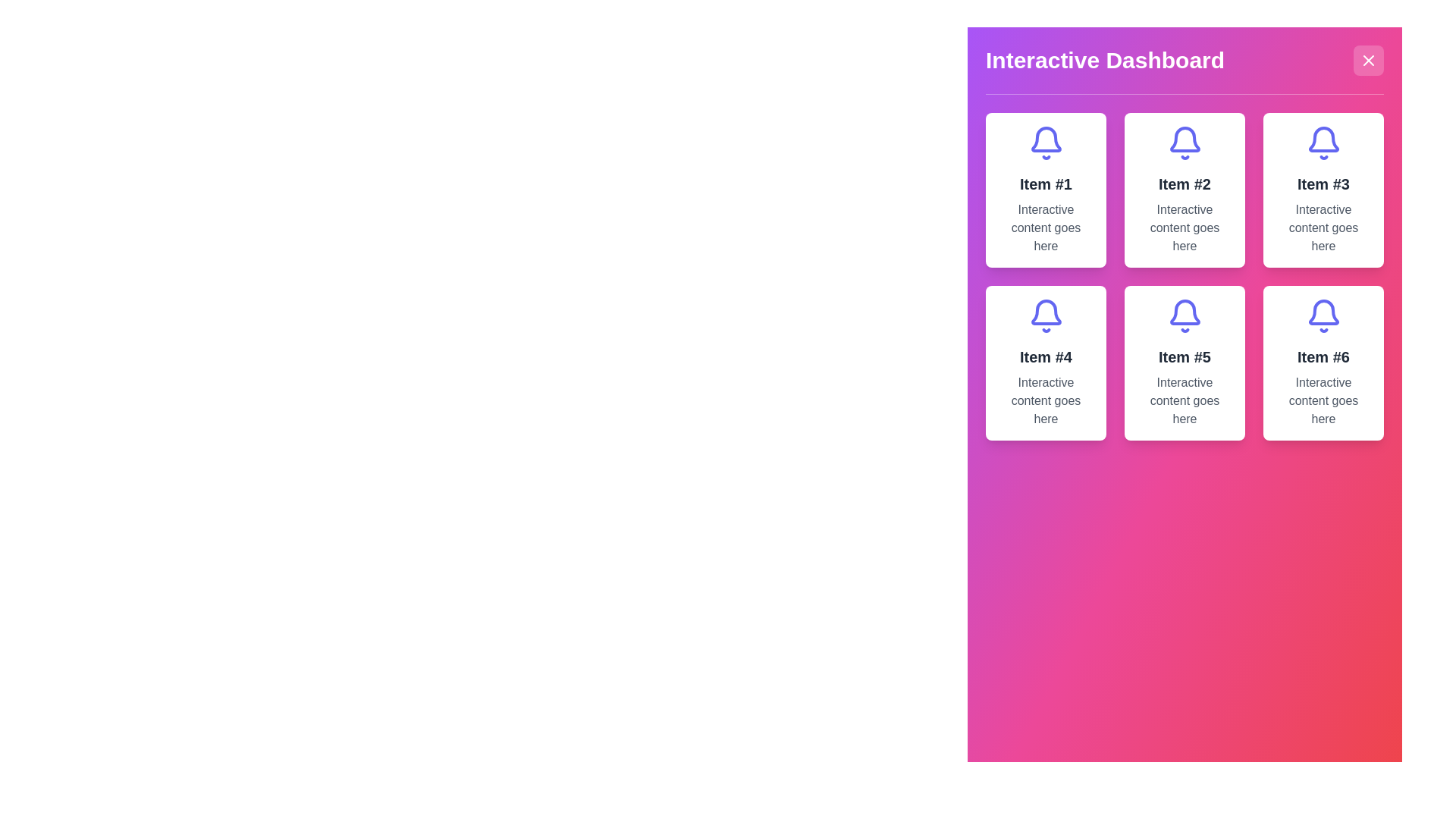 This screenshot has height=819, width=1456. I want to click on the second text label in the 'Interactive Dashboard' that serves as a title for its respective card, centrally aligned in the top row, so click(1184, 184).